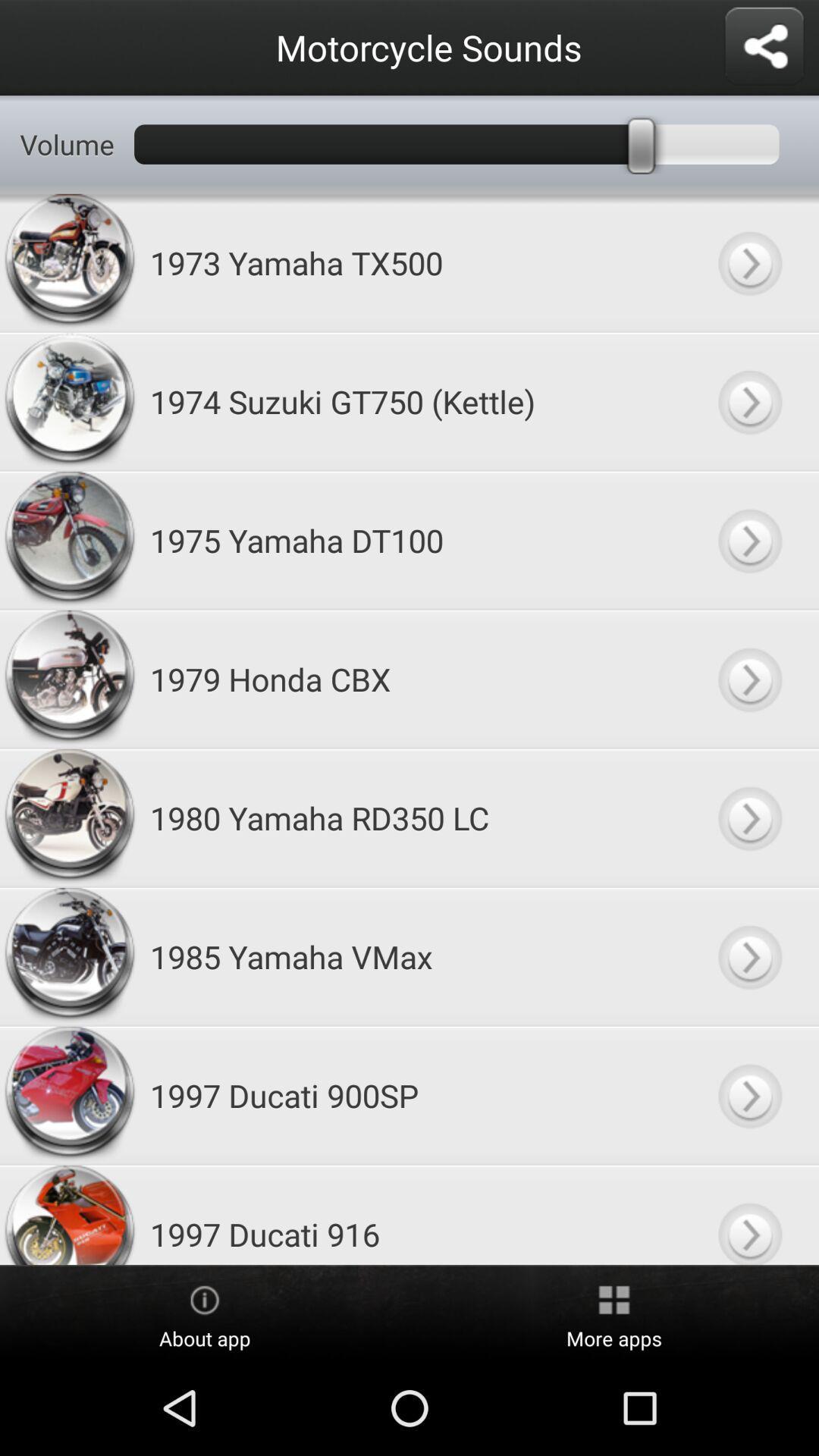 The height and width of the screenshot is (1456, 819). Describe the element at coordinates (748, 955) in the screenshot. I see `motorcycle` at that location.